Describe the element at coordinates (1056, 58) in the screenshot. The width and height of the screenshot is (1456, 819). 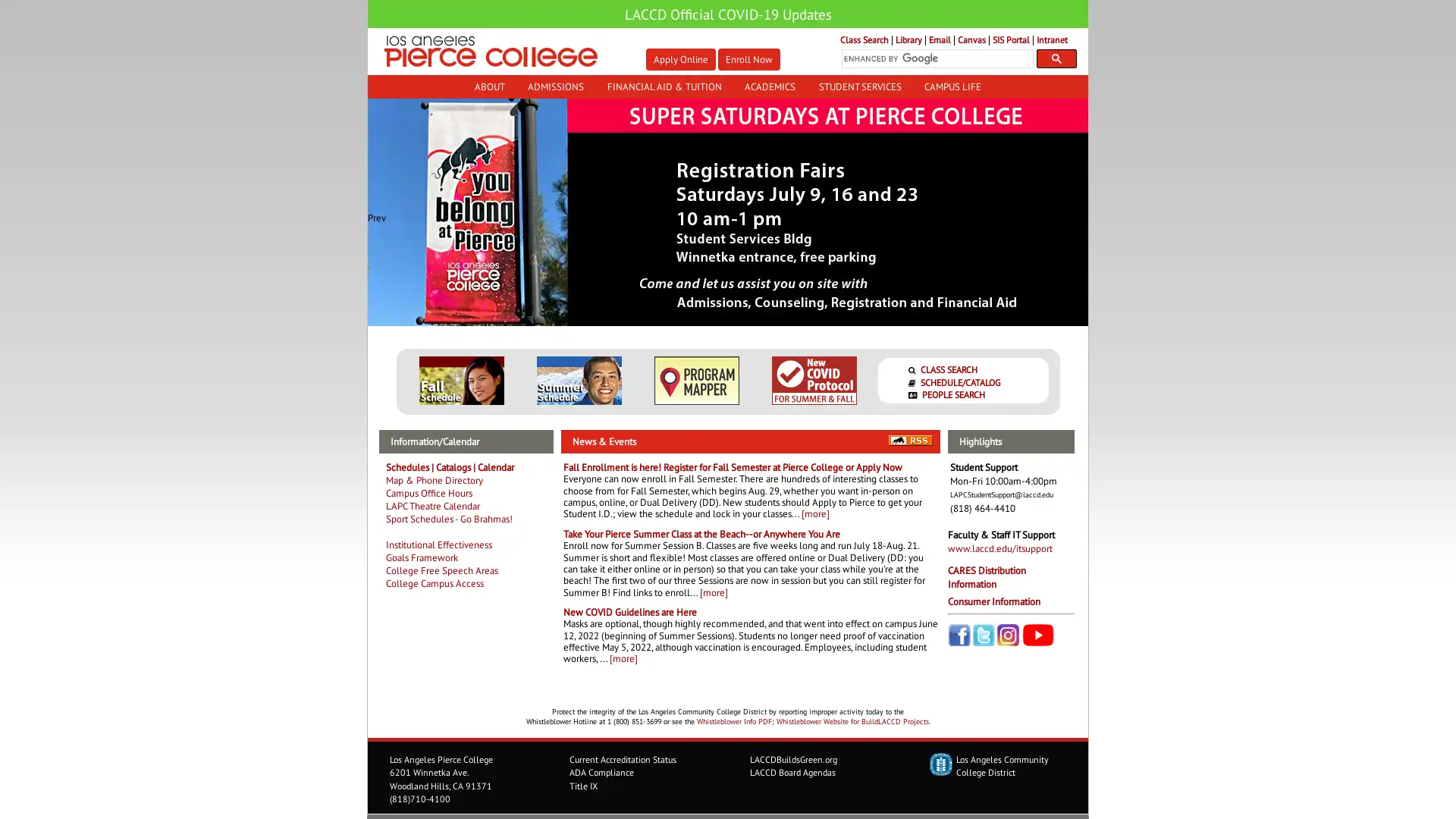
I see `search` at that location.